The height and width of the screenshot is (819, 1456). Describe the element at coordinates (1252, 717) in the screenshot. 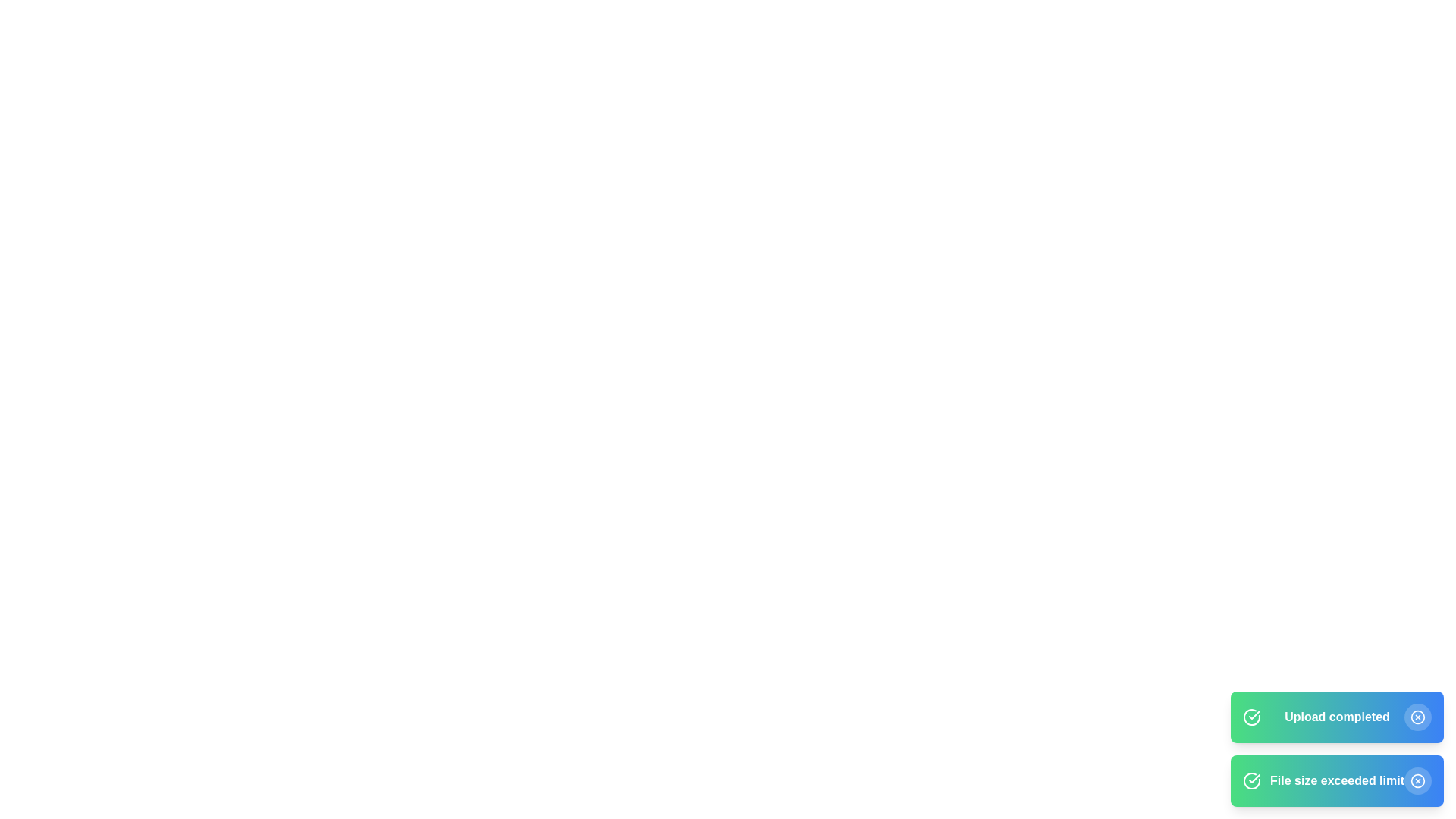

I see `the notification icon to inspect it` at that location.